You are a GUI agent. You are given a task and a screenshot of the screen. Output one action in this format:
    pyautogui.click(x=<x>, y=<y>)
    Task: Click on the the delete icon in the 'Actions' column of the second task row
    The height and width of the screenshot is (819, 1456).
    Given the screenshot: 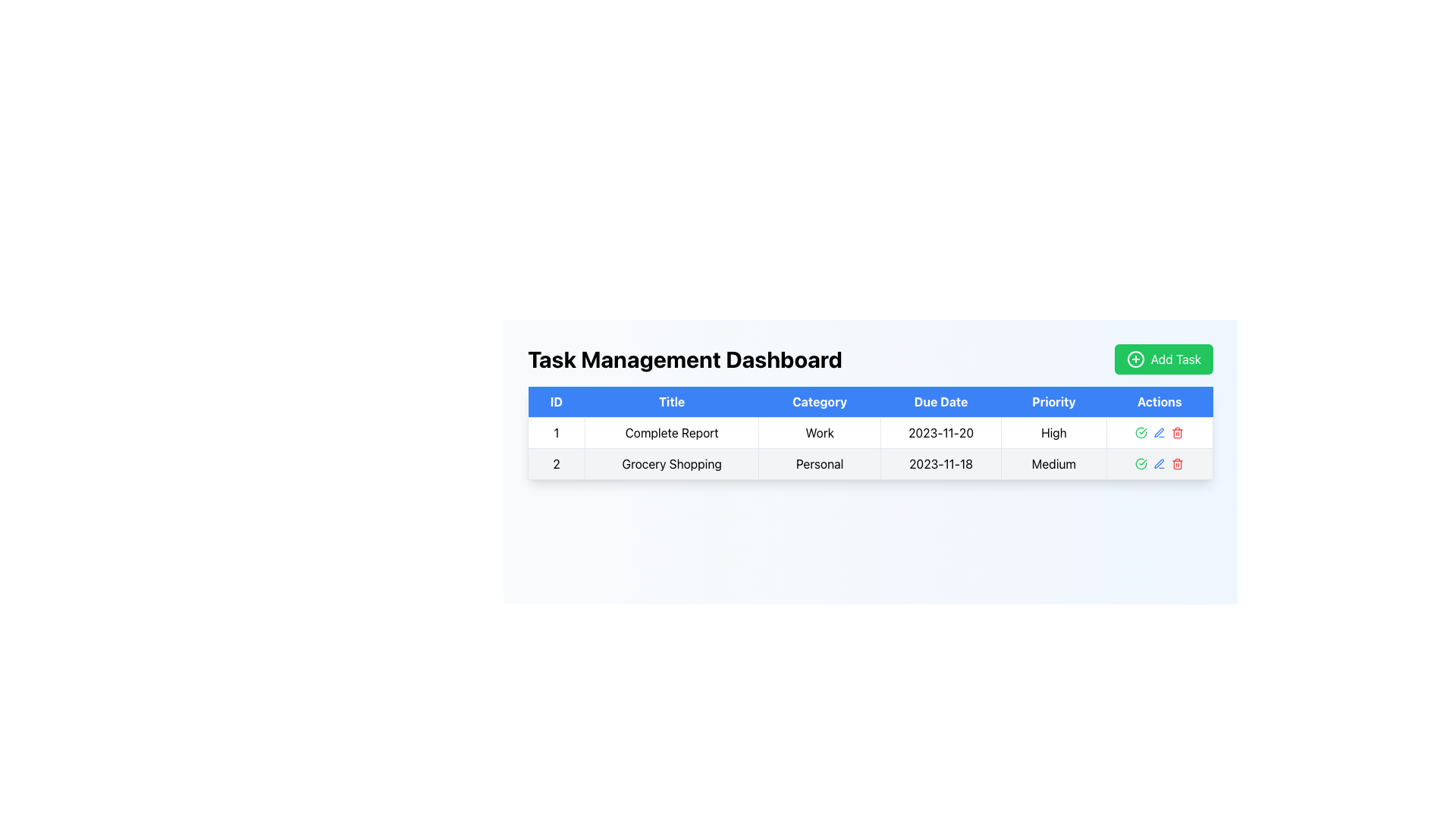 What is the action you would take?
    pyautogui.click(x=1177, y=434)
    